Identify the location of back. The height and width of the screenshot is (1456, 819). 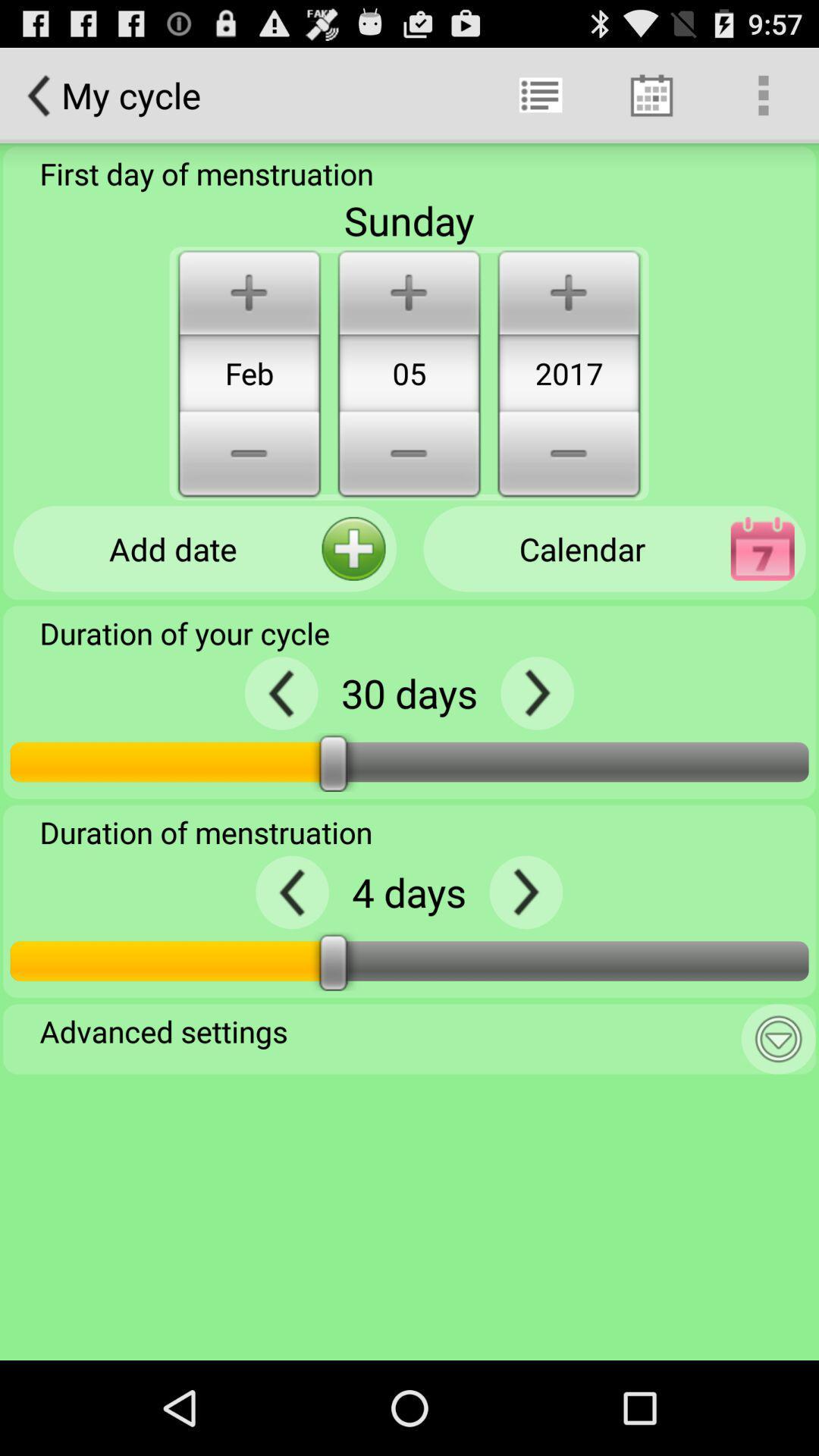
(281, 692).